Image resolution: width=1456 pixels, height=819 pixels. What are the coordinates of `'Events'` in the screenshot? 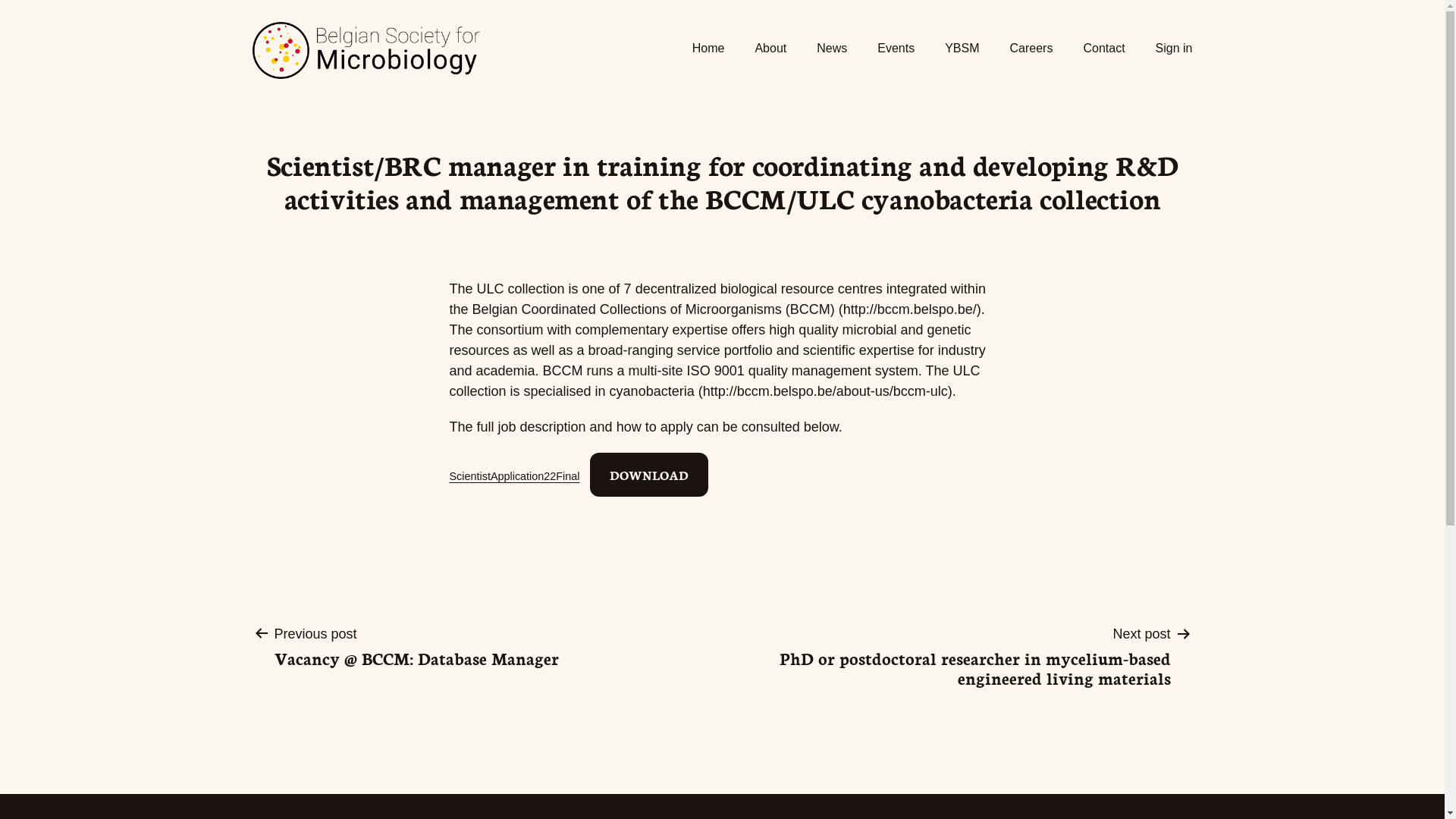 It's located at (896, 48).